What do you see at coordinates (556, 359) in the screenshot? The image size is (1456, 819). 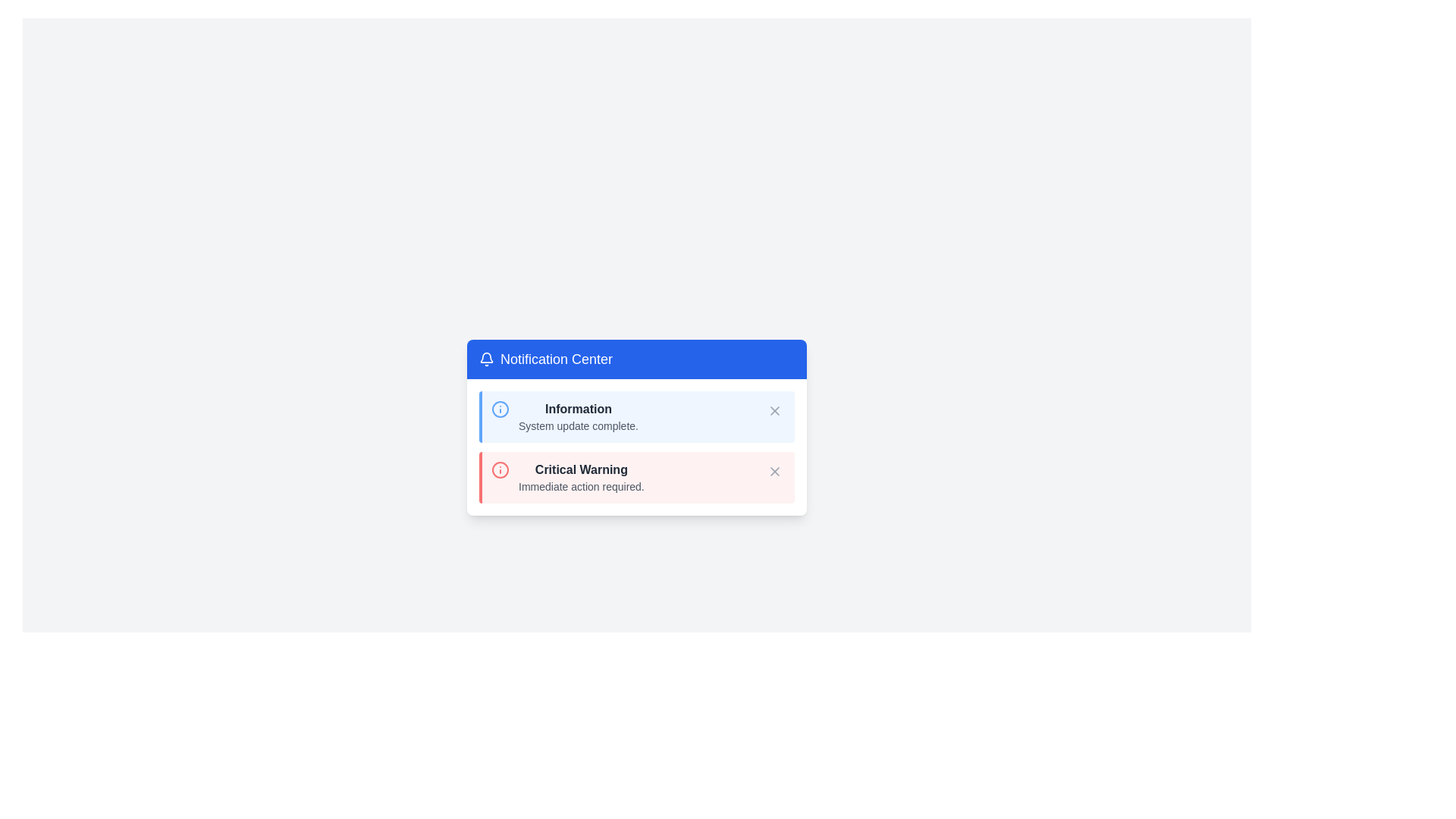 I see `title text located on the left side of the blue header in the notification center, which is visually centered within the header bar and slightly to the right of the bell icon` at bounding box center [556, 359].